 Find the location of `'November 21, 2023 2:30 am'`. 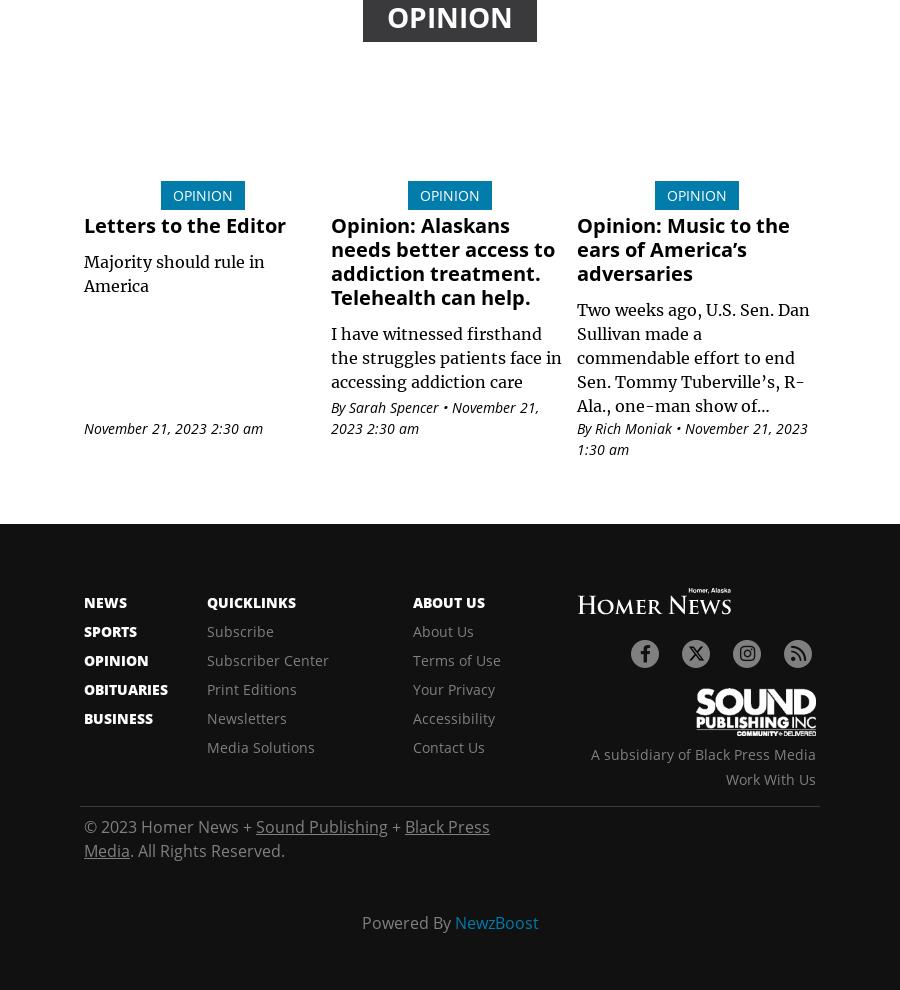

'November 21, 2023 2:30 am' is located at coordinates (173, 427).